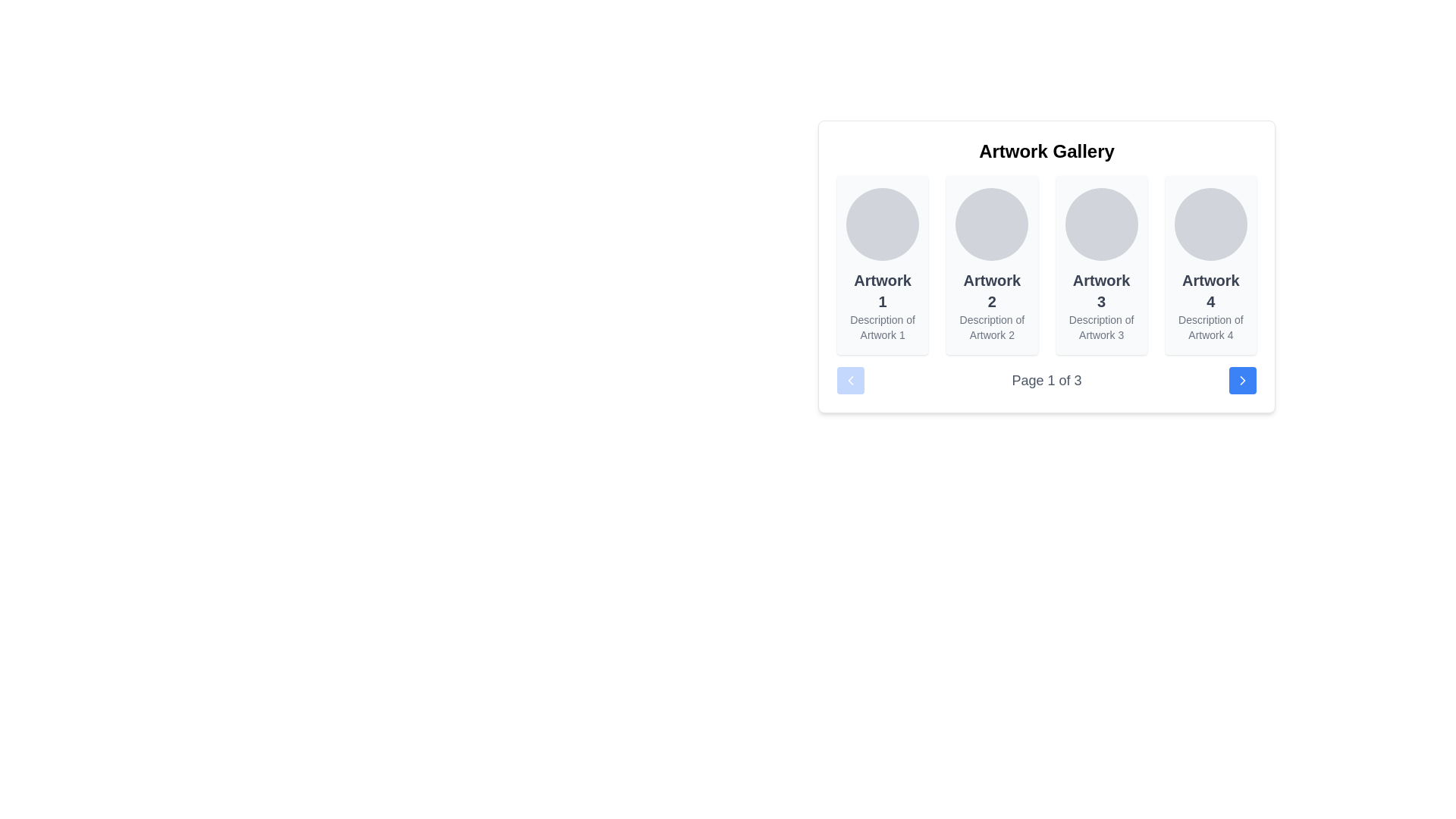 Image resolution: width=1456 pixels, height=819 pixels. I want to click on the rightward-pointing chevron icon embedded in the blue circular button at the rightmost end of the pagination control for keyboard interaction, so click(1242, 379).